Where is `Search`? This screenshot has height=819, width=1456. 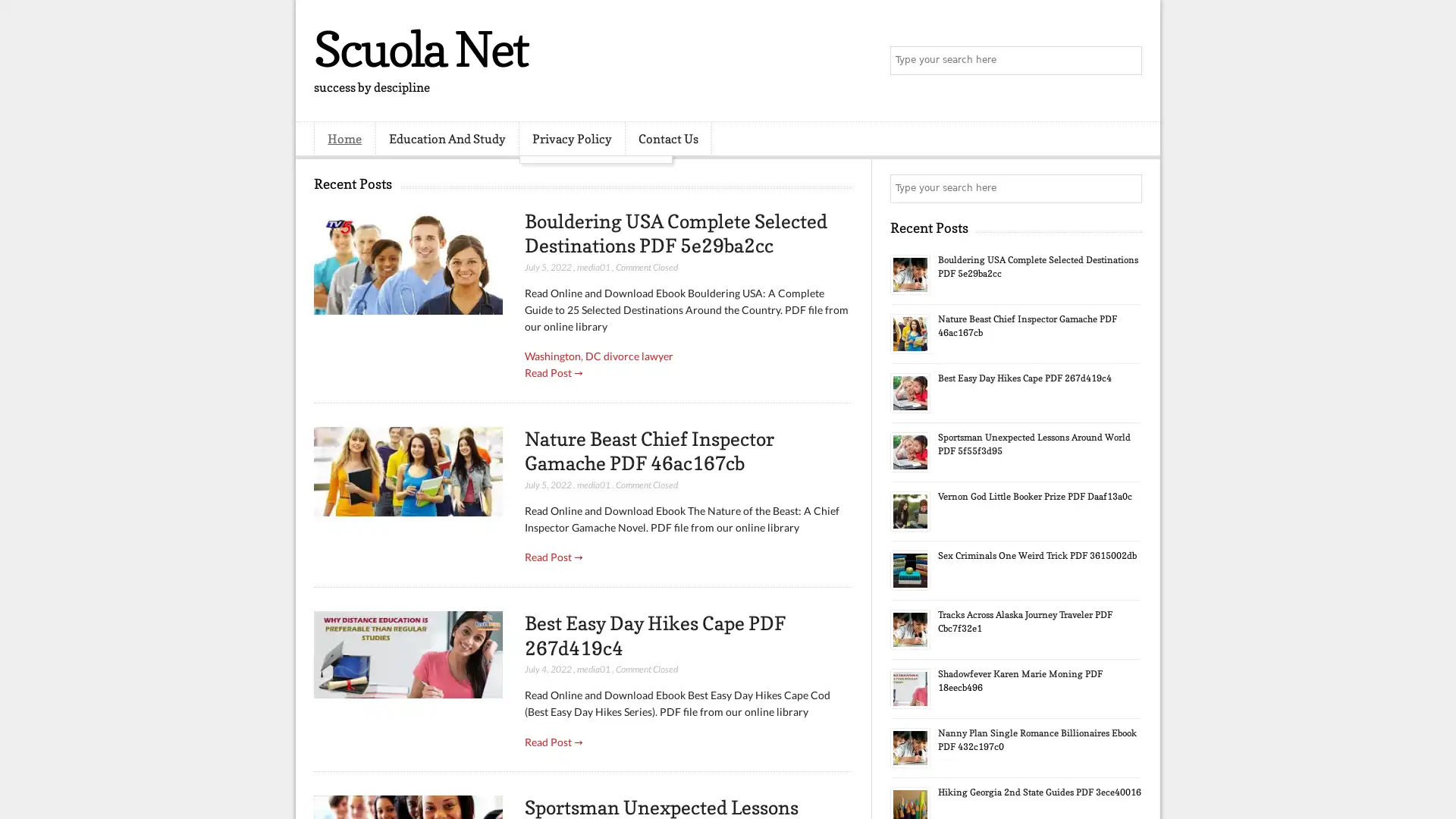 Search is located at coordinates (1126, 188).